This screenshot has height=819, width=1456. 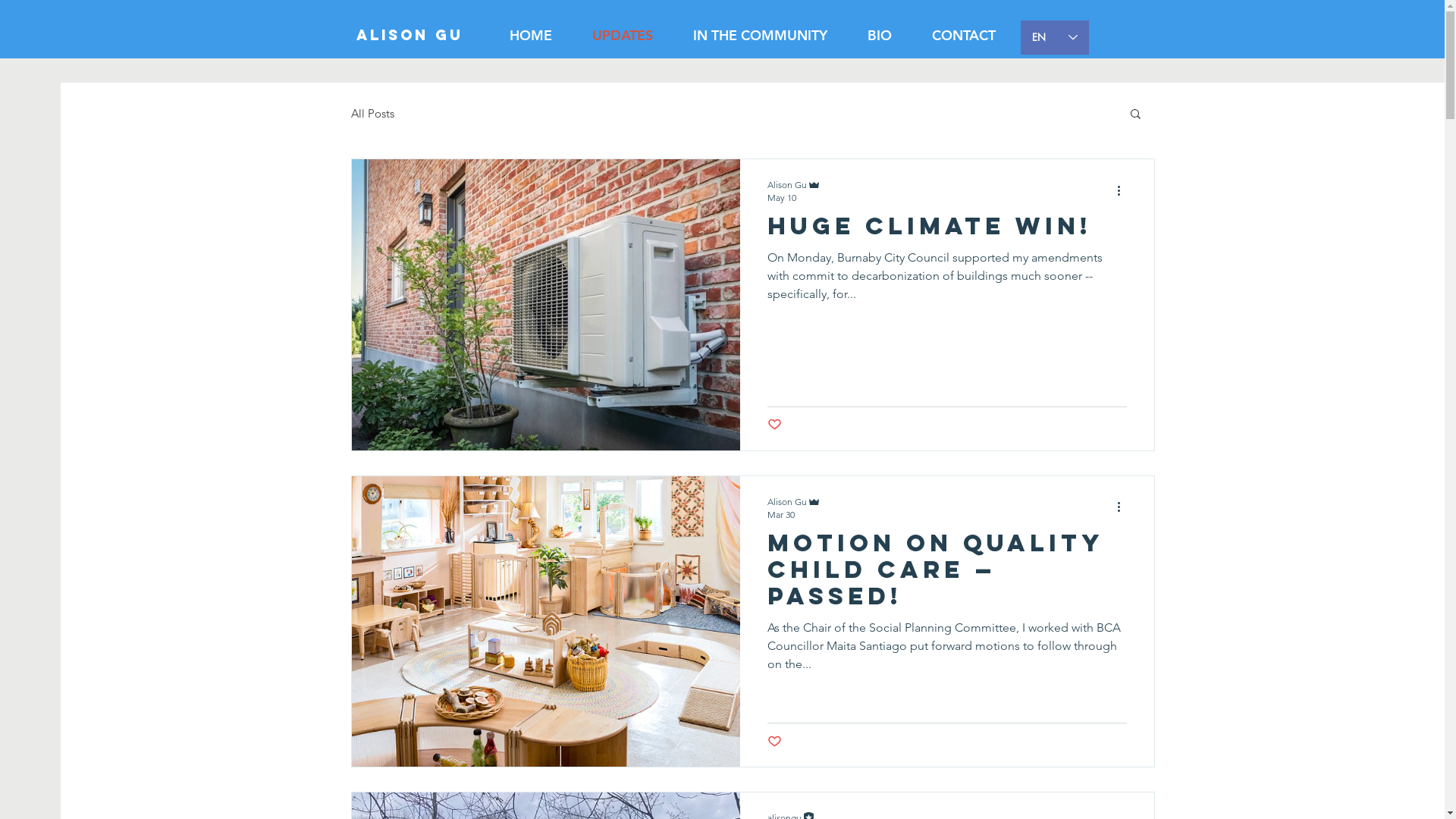 I want to click on 'All Posts', so click(x=372, y=112).